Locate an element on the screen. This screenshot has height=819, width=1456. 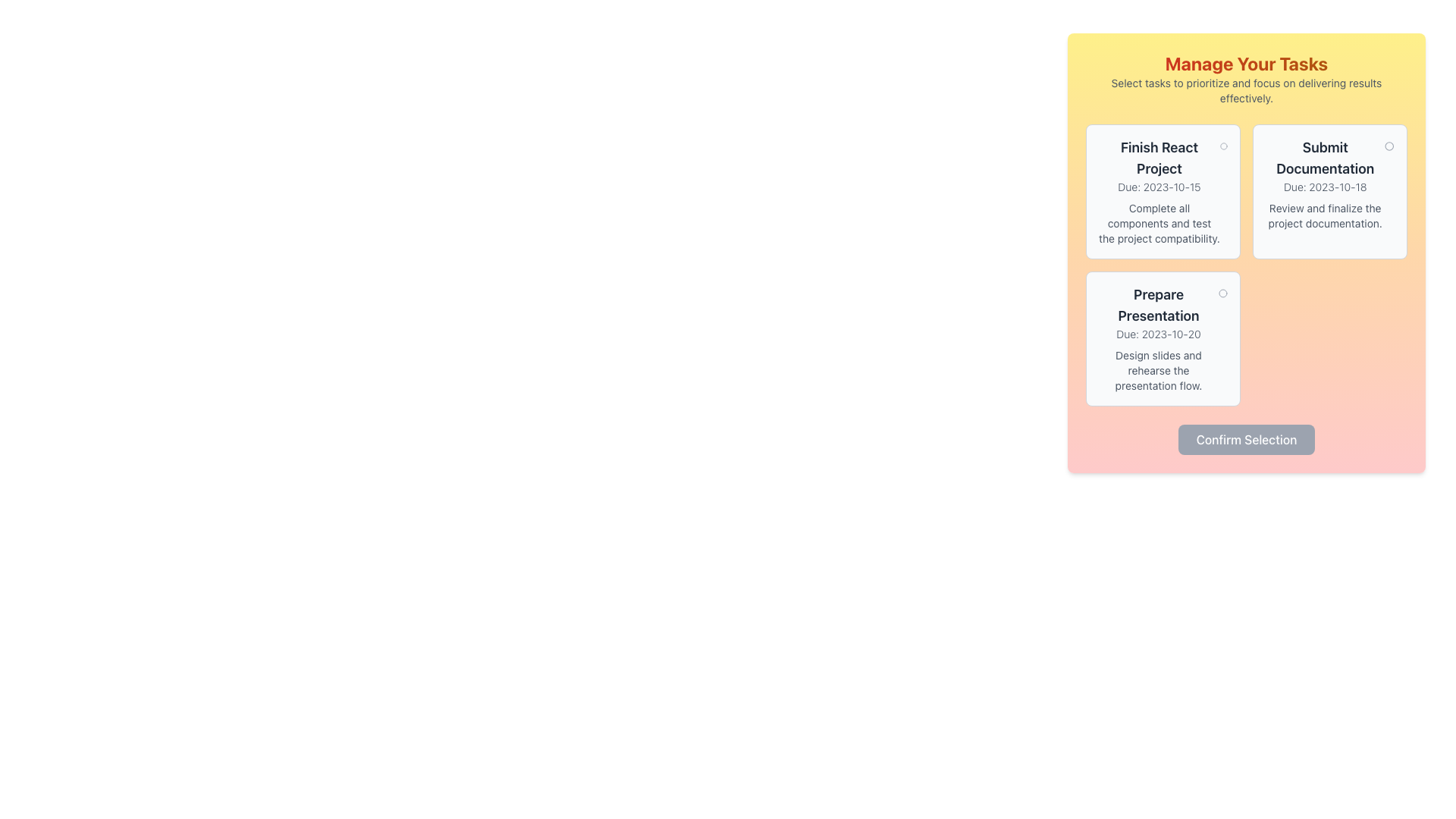
text label displaying 'Due: 2023-10-15' which is located below the heading 'Finish React Project' is located at coordinates (1159, 186).